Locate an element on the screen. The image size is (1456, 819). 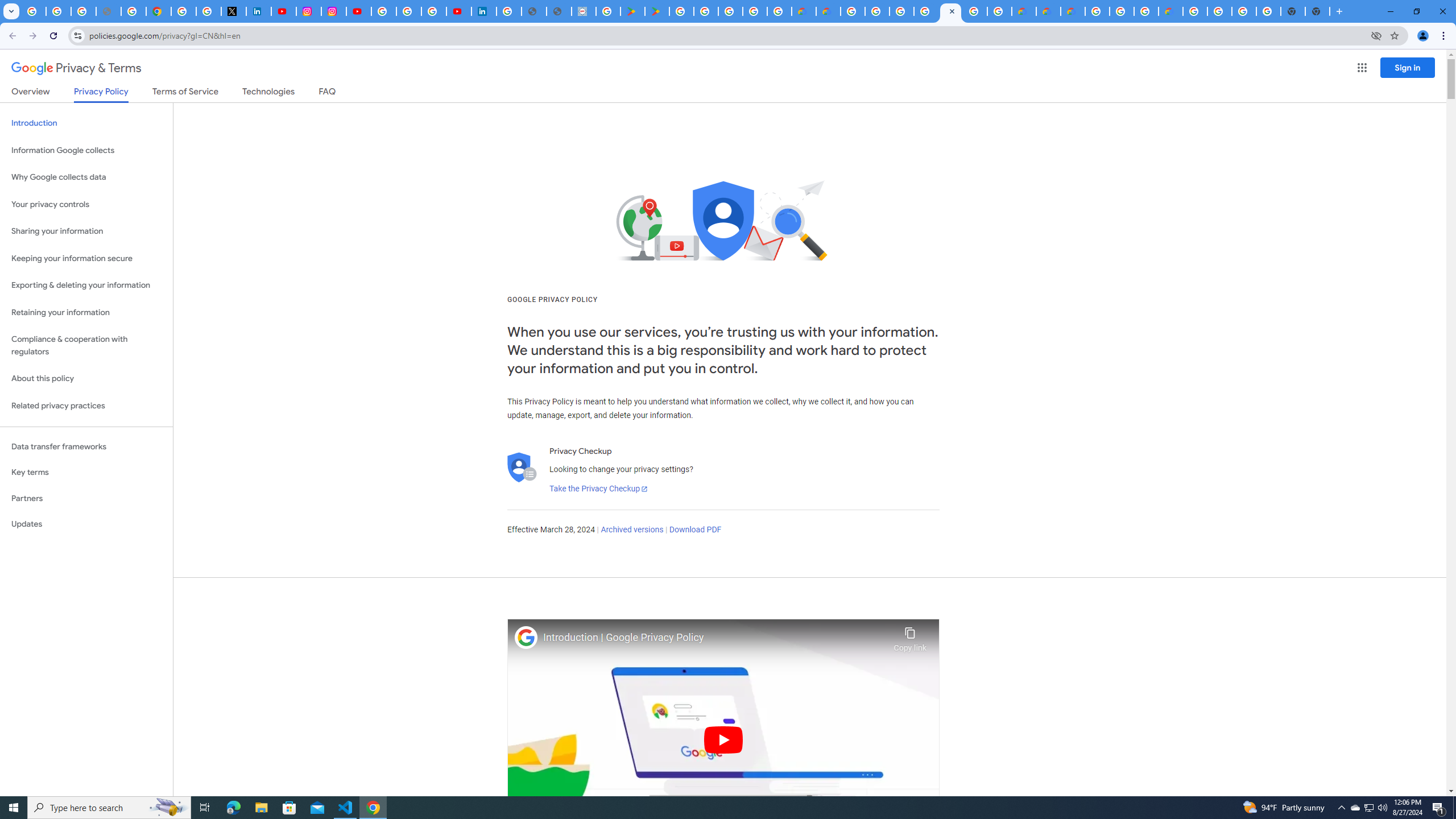
'Bookmark this tab' is located at coordinates (1393, 35).